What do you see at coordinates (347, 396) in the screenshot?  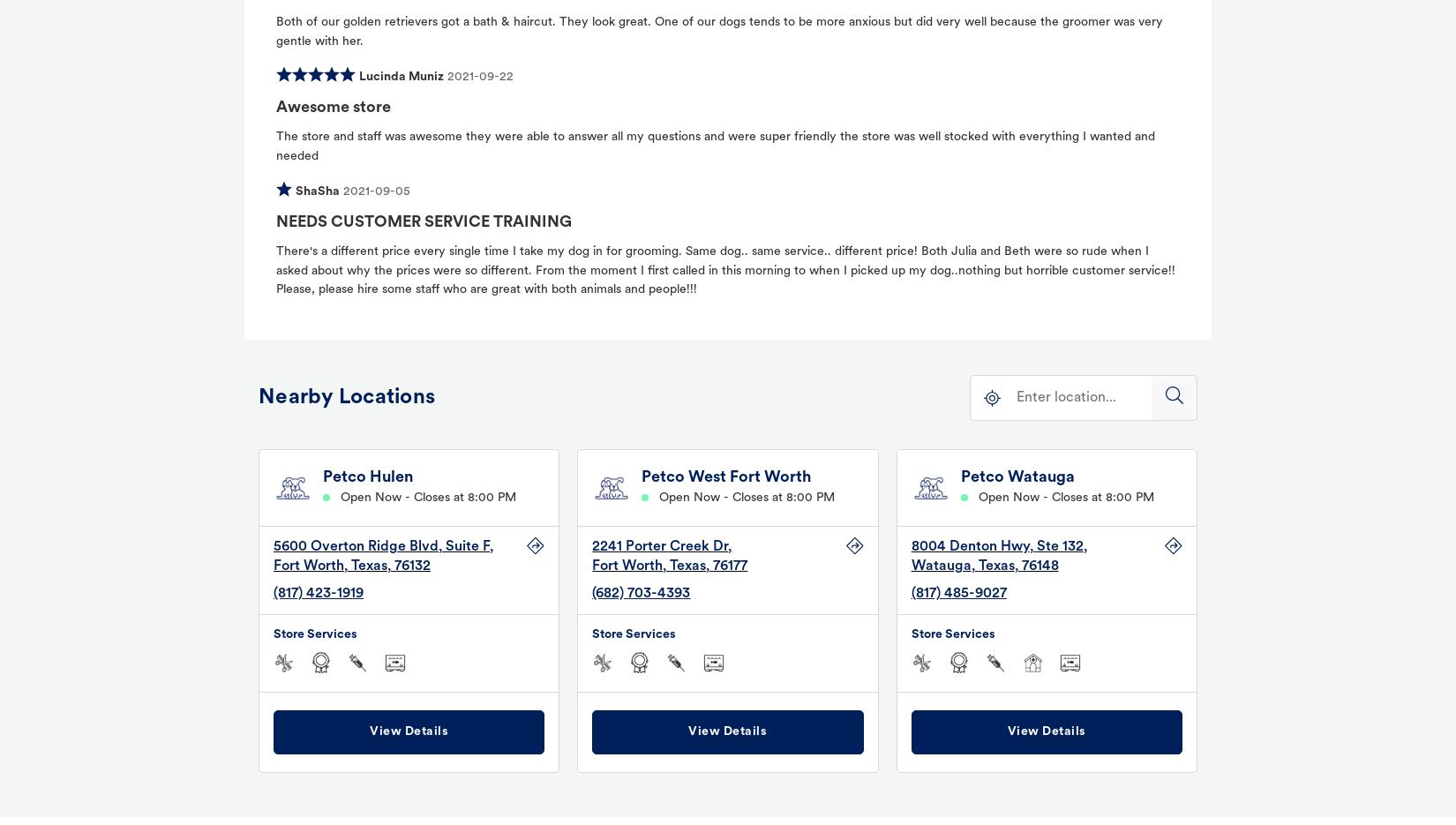 I see `'Nearby Locations'` at bounding box center [347, 396].